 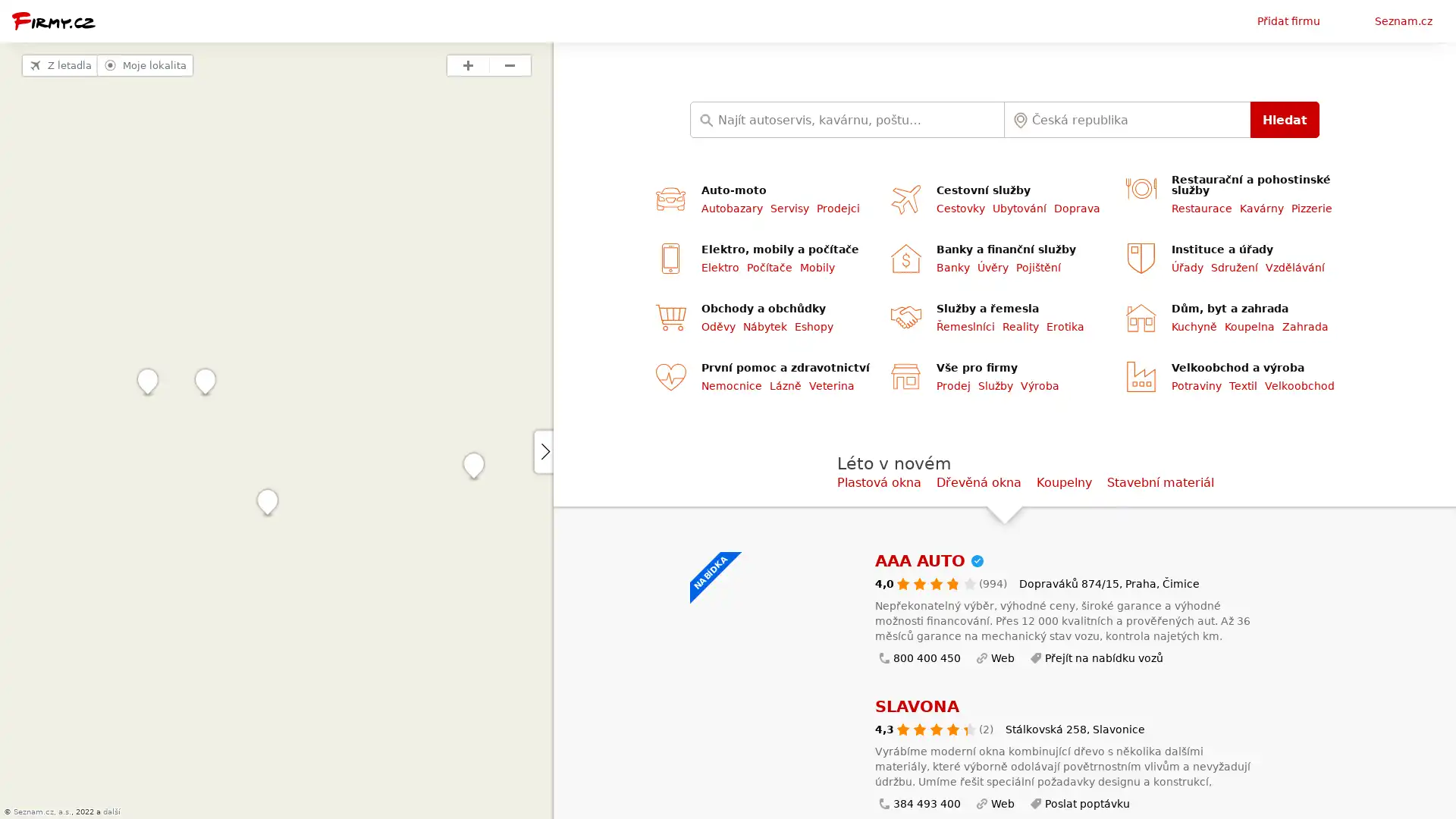 I want to click on English, so click(x=846, y=17).